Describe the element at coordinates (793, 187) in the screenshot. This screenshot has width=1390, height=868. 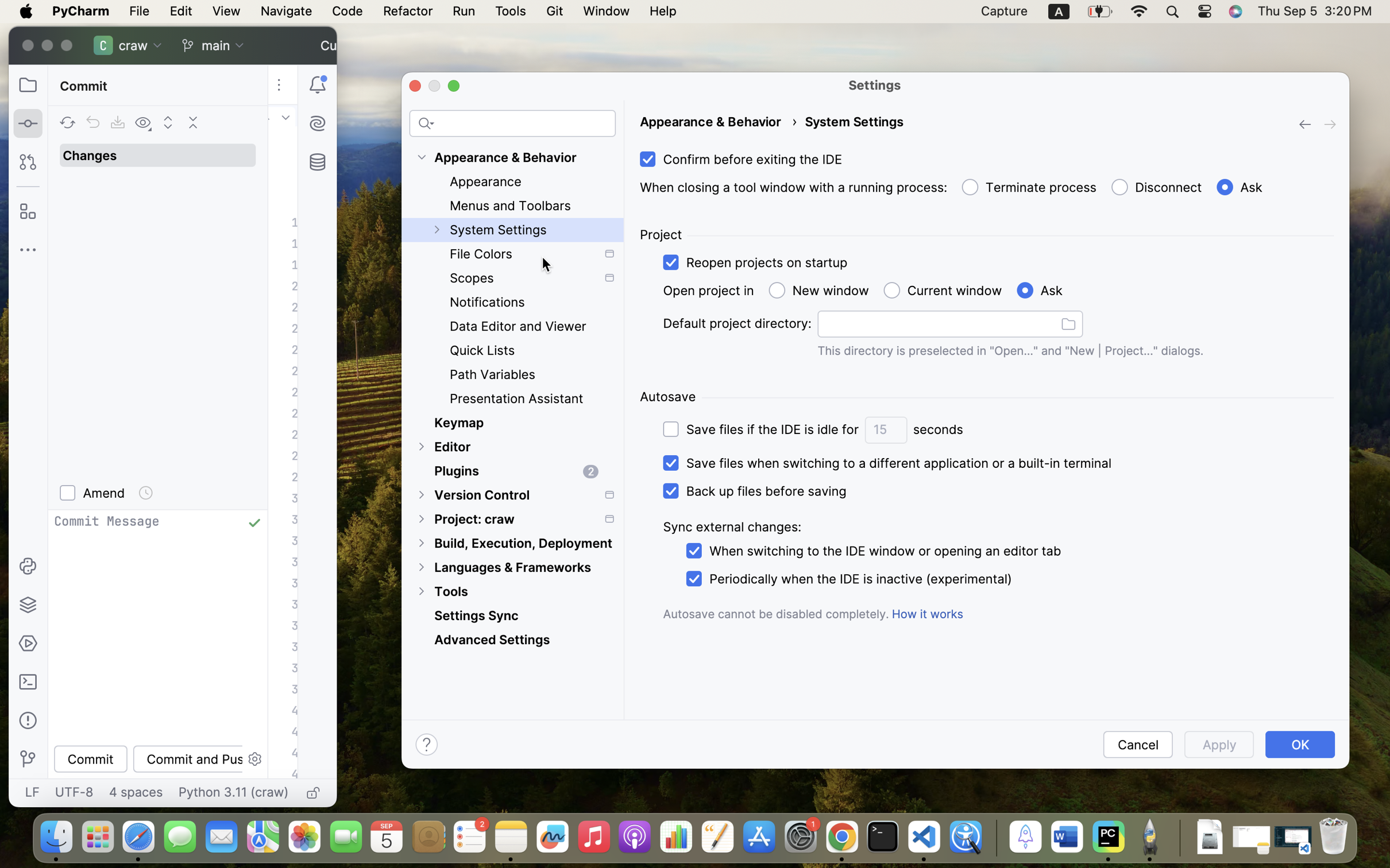
I see `'When closing a tool window with a running process:'` at that location.